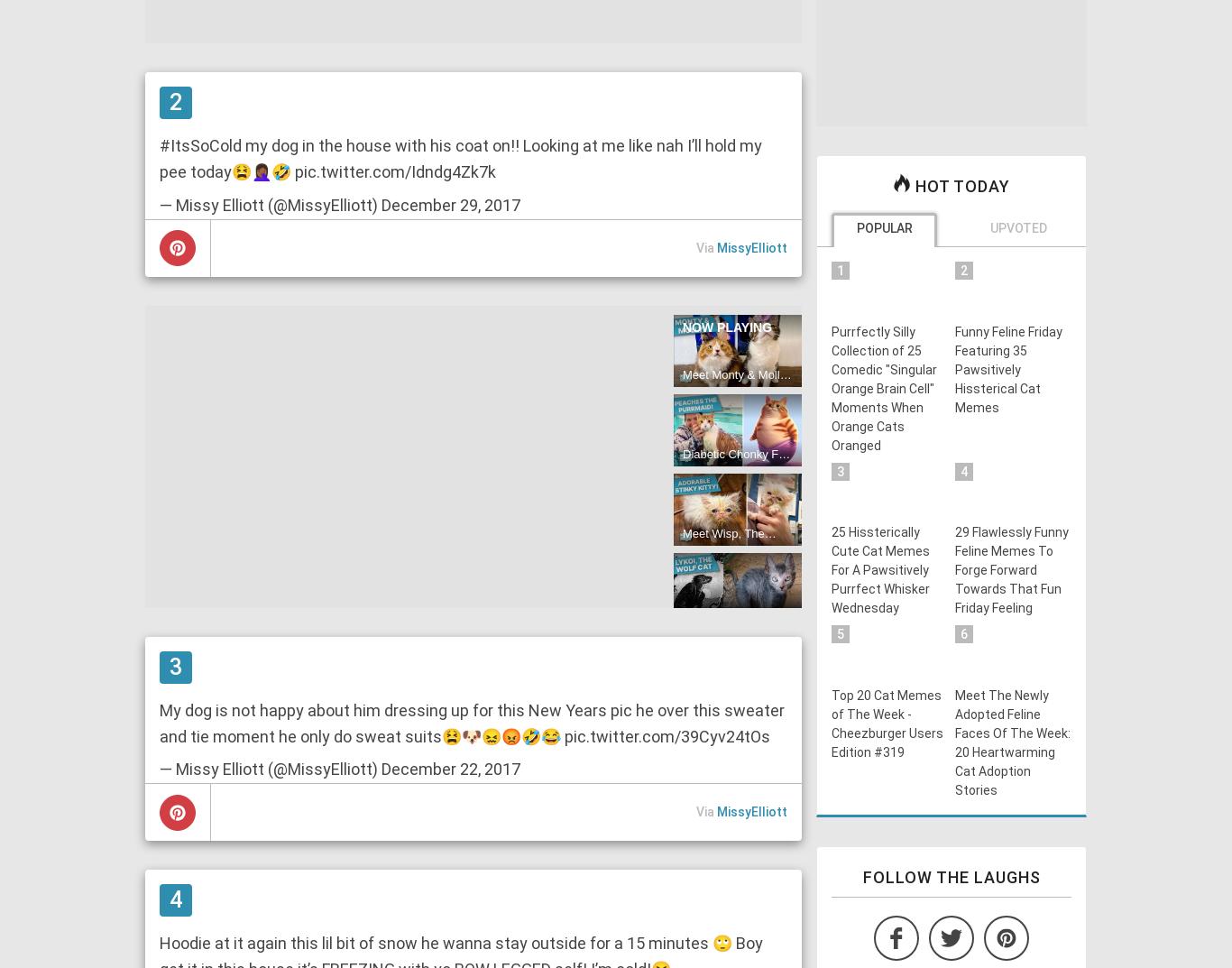 The width and height of the screenshot is (1232, 968). What do you see at coordinates (461, 157) in the screenshot?
I see `'my dog in the house with his coat on!! Looking at me like nah I’ll hold my pee today😫🤦🏾‍♀️🤣'` at bounding box center [461, 157].